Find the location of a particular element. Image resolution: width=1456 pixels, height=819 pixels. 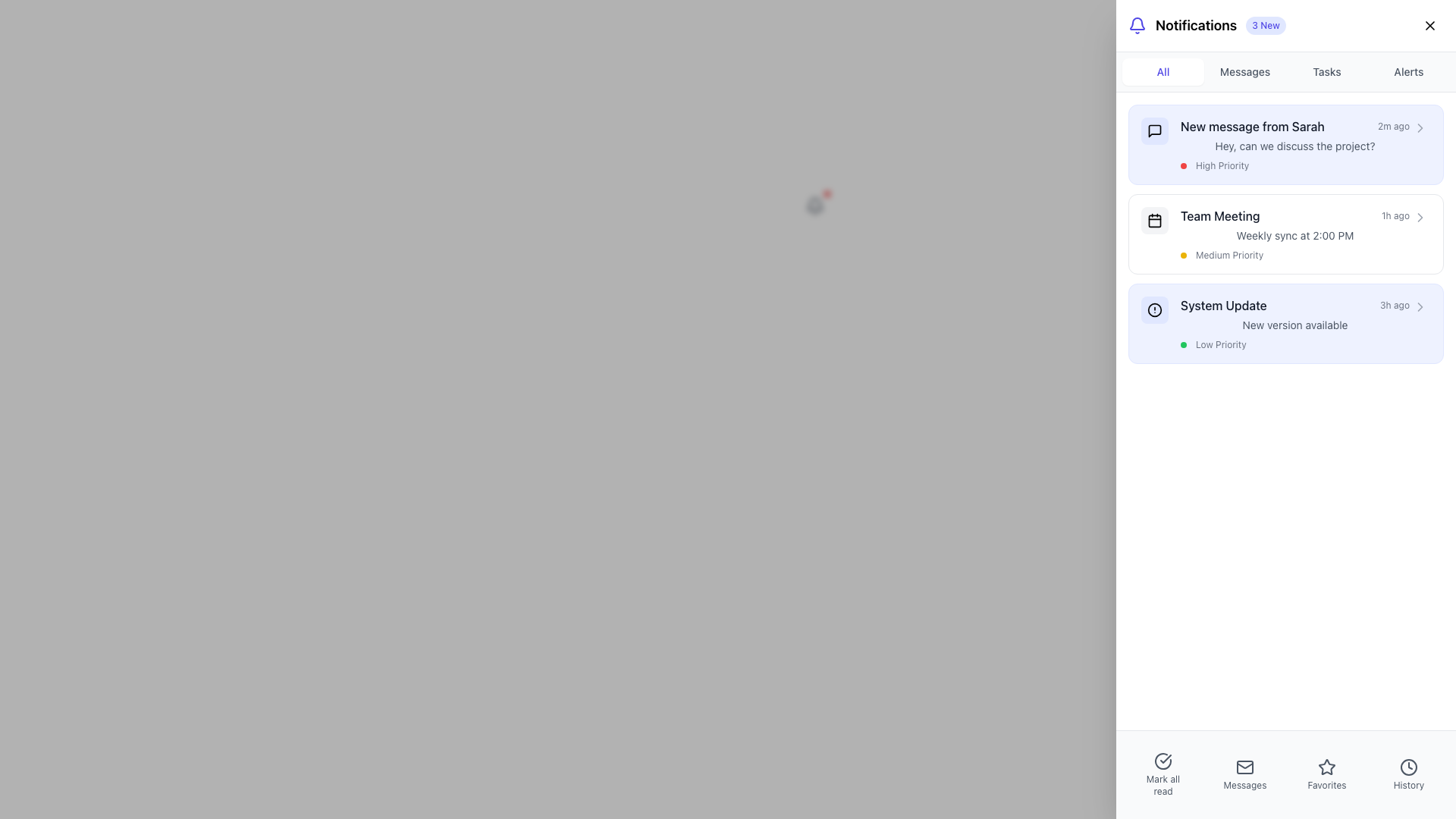

the Label with Badge in the top-right corner of the notification panel is located at coordinates (1206, 26).